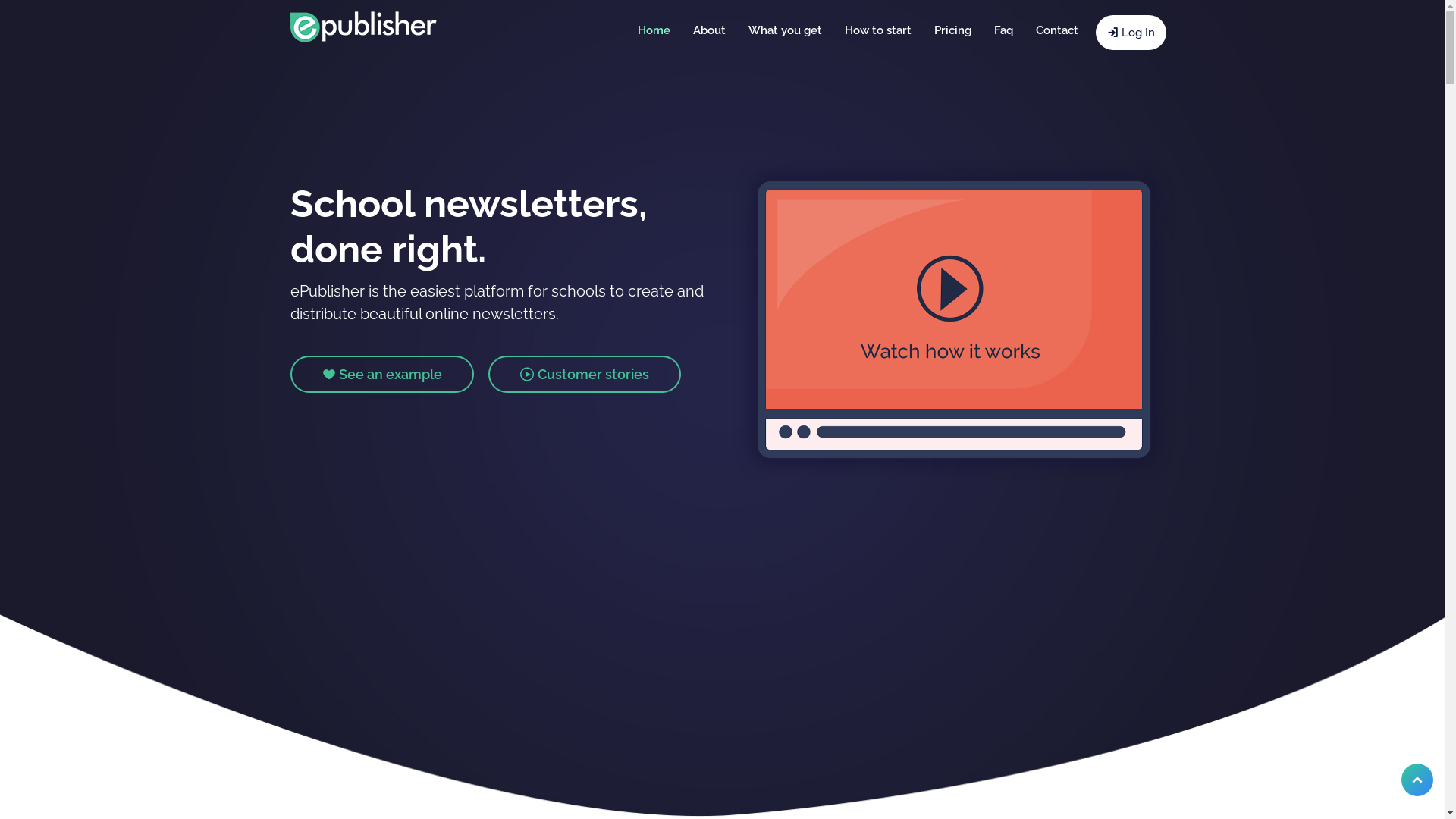  Describe the element at coordinates (1055, 30) in the screenshot. I see `'Contact'` at that location.